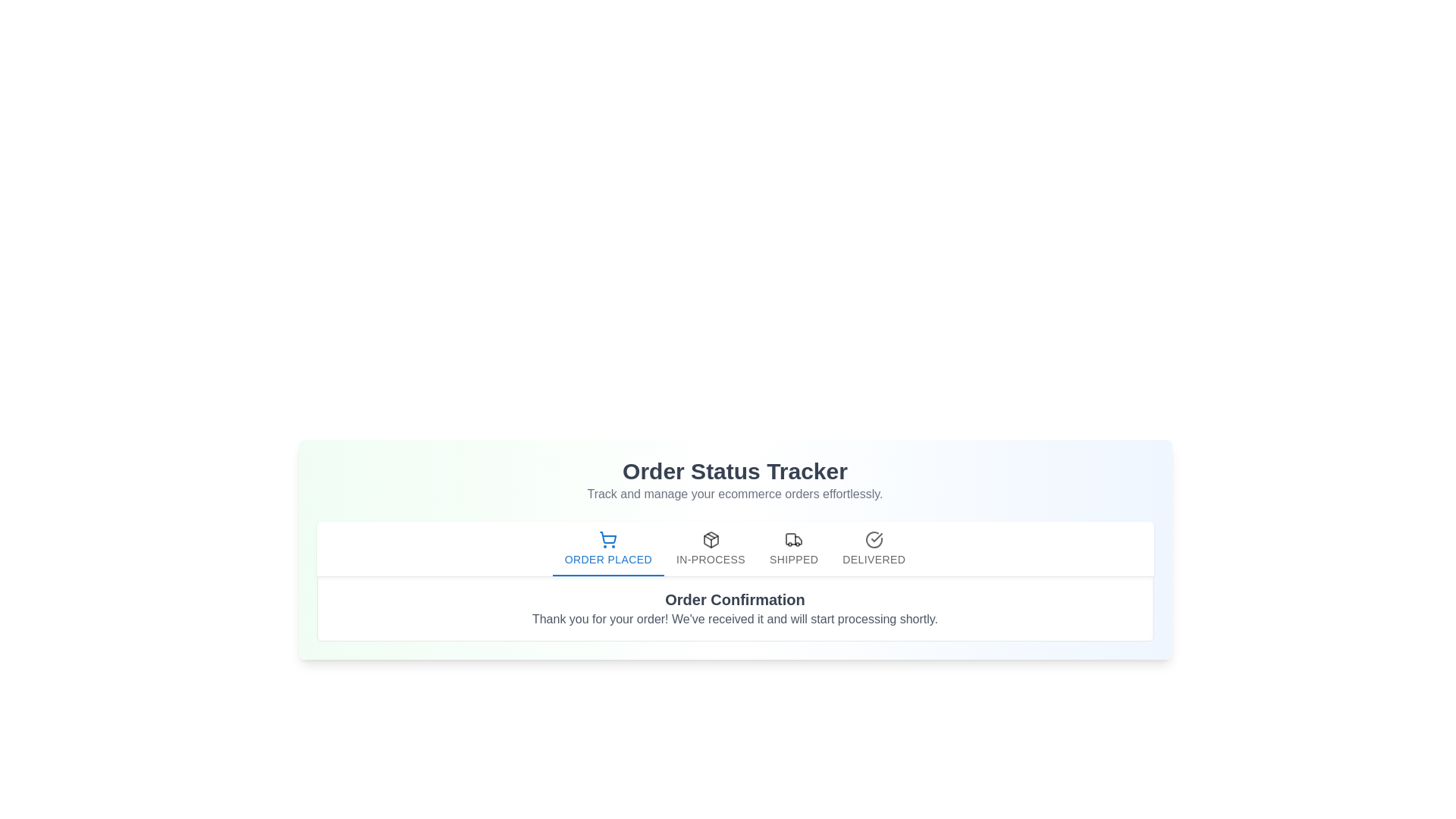 The width and height of the screenshot is (1456, 819). What do you see at coordinates (710, 537) in the screenshot?
I see `the triangular SVG element that is part of the package icon, specifically the top section resembling an arrowhead pointing upwards` at bounding box center [710, 537].